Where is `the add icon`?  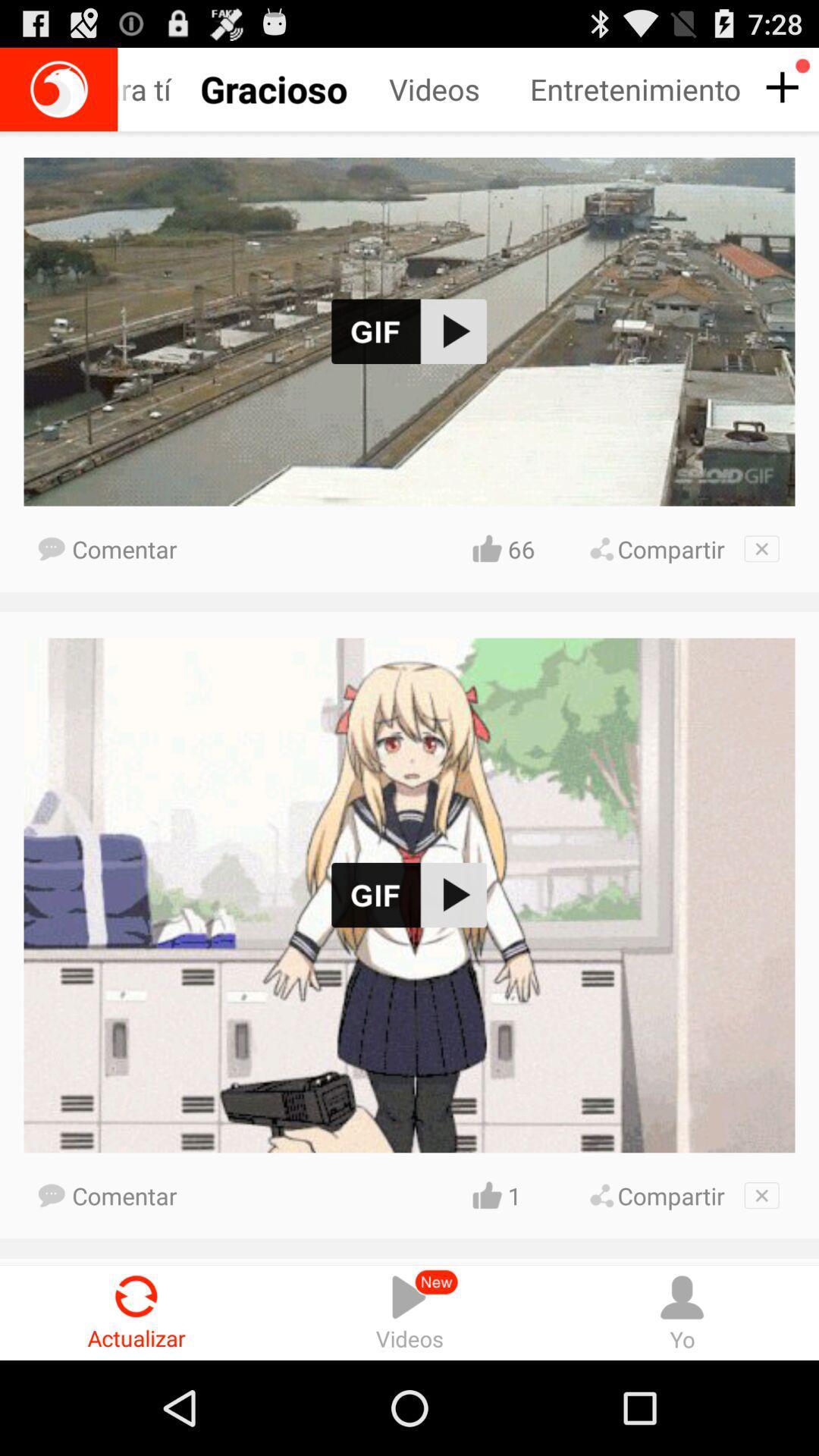 the add icon is located at coordinates (780, 93).